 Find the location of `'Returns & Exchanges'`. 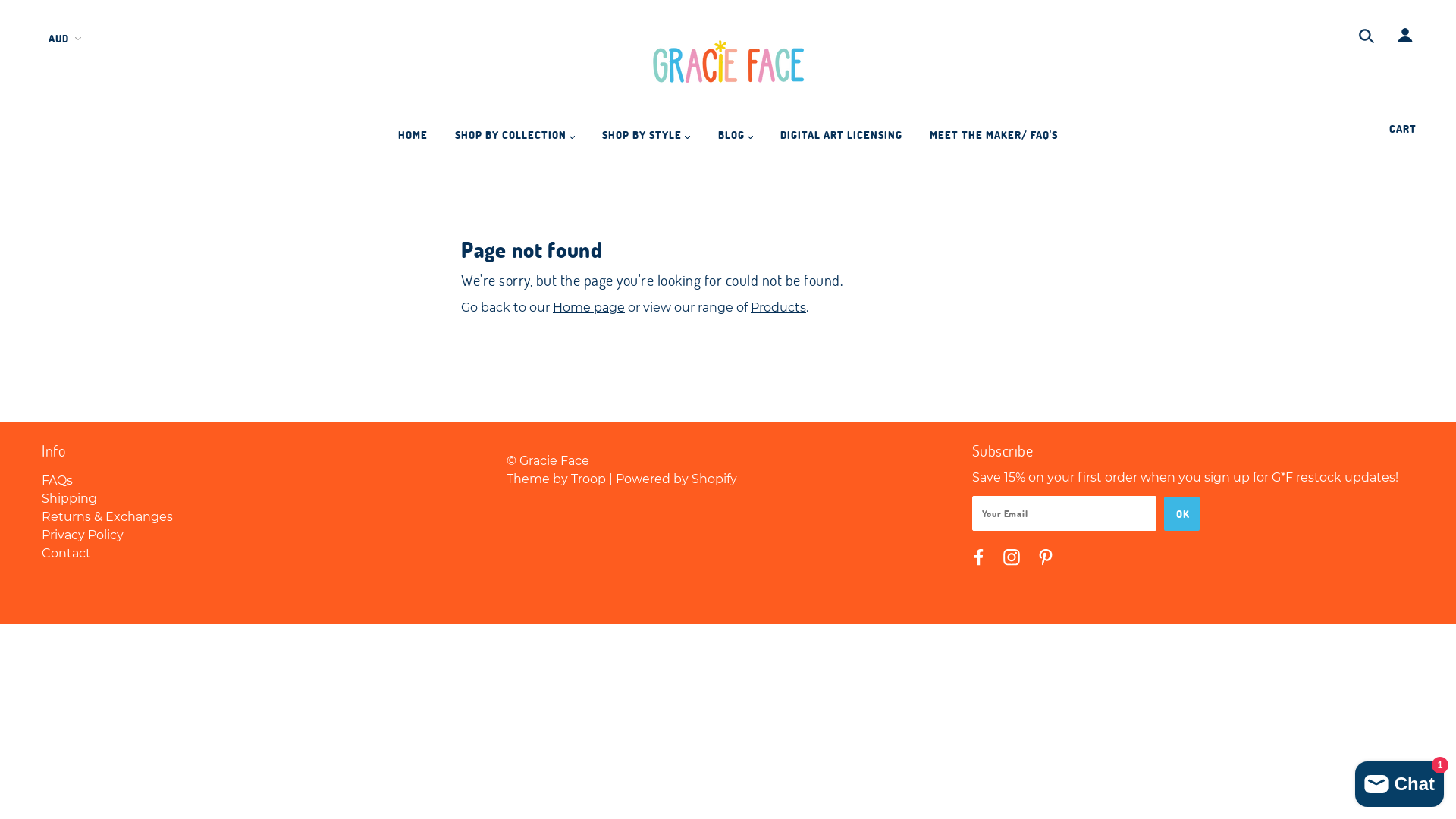

'Returns & Exchanges' is located at coordinates (41, 516).